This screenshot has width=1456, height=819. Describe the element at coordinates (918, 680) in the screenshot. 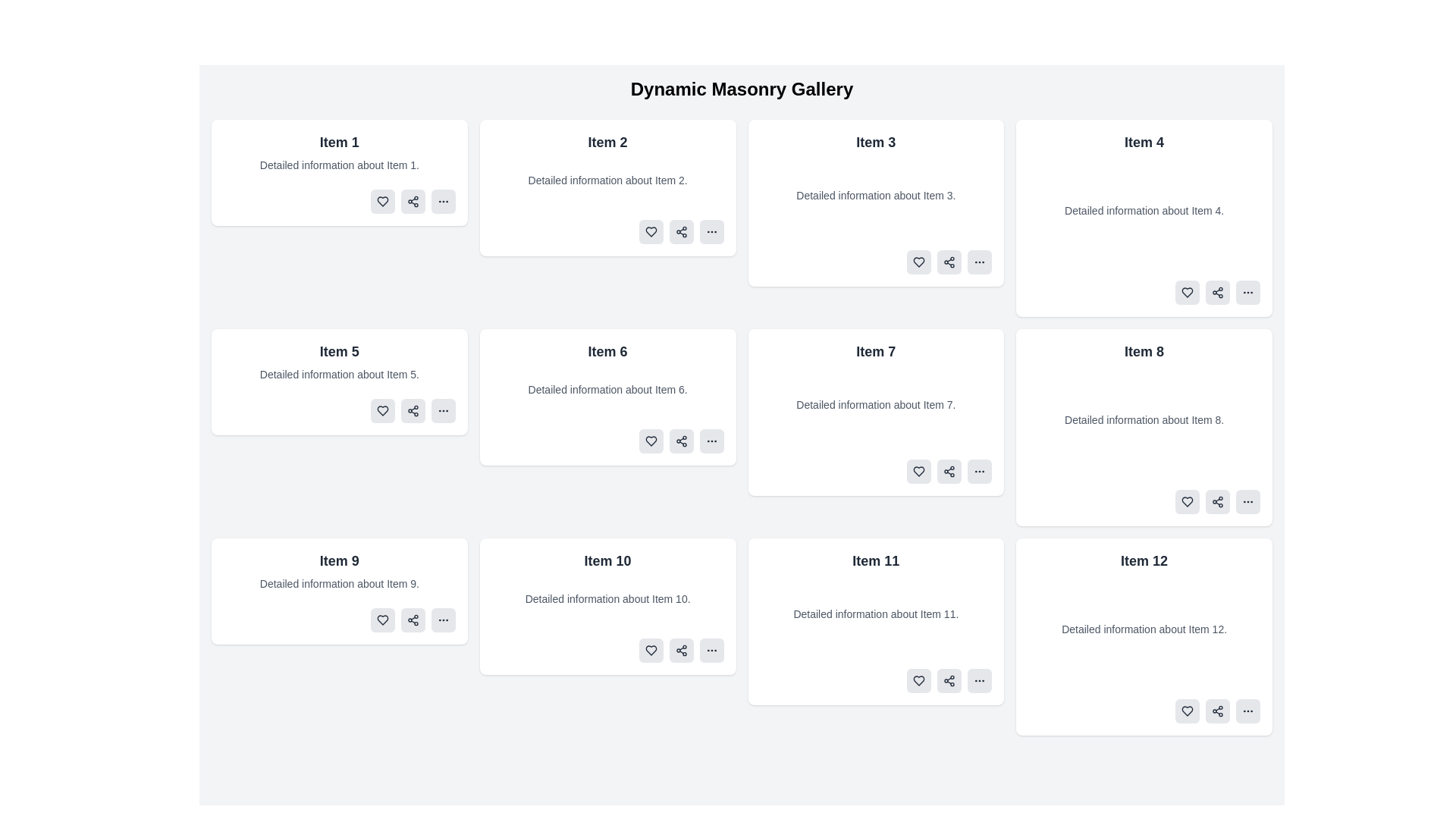

I see `the heart-shaped icon button with a thin, outlined design located in the bottom-right corner of the card for 'Item 11'` at that location.